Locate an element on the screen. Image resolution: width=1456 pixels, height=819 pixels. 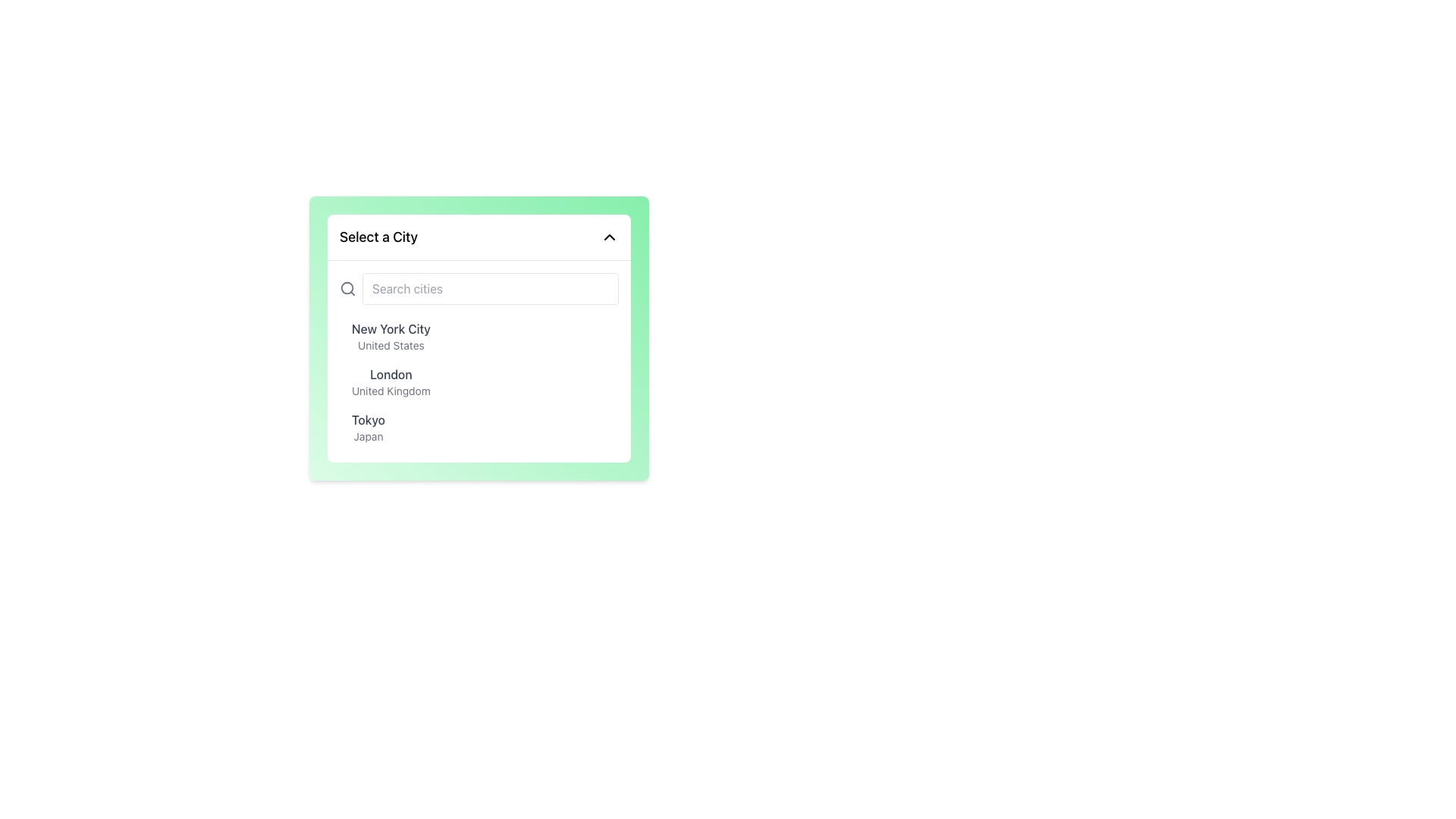
the search icon that represents the search functionality, located immediately to the left of the 'Search cities' text input field is located at coordinates (347, 289).